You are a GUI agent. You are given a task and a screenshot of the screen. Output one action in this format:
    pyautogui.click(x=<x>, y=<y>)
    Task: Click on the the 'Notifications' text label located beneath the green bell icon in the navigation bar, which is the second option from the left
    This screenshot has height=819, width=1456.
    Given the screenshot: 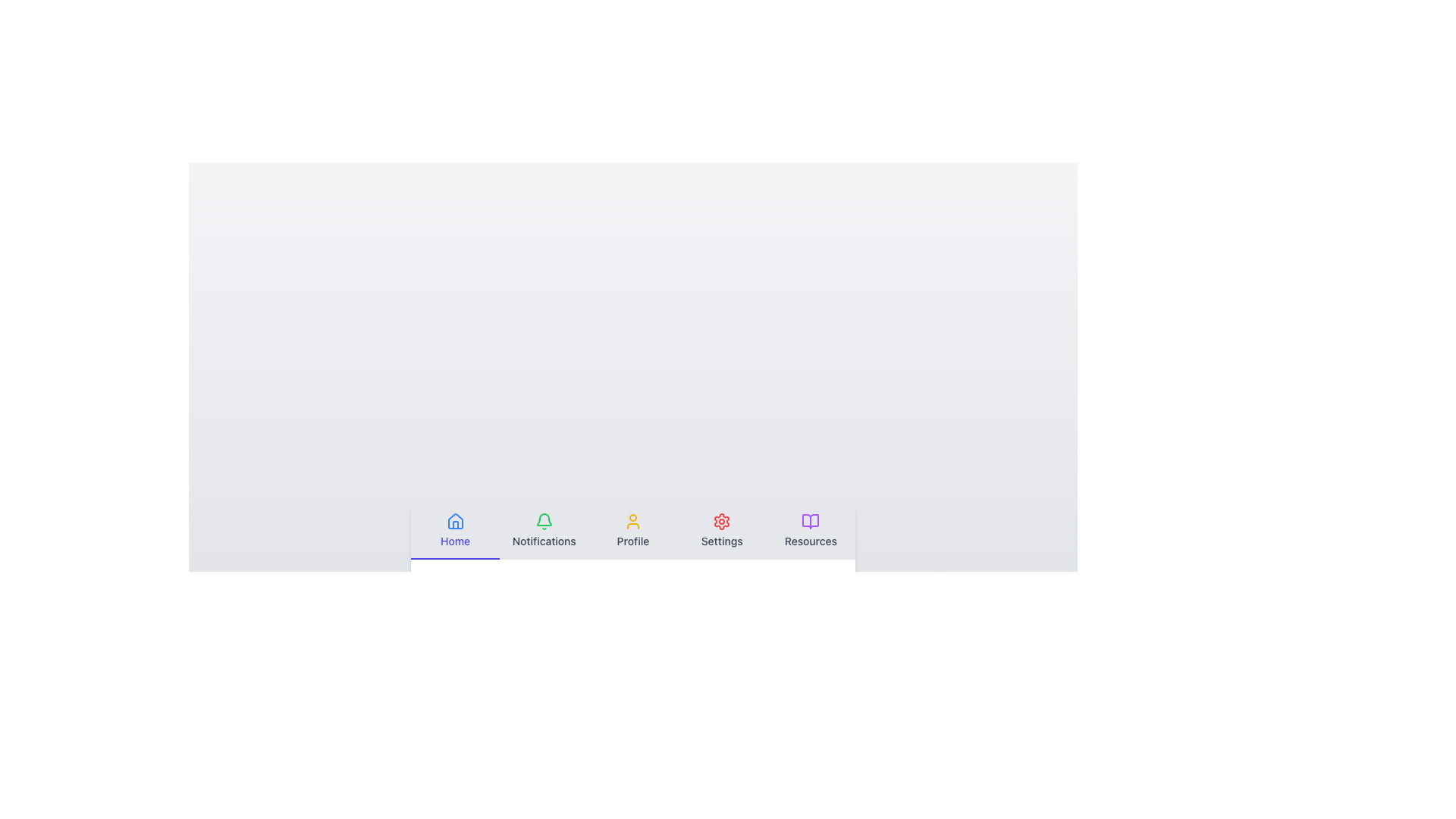 What is the action you would take?
    pyautogui.click(x=544, y=540)
    